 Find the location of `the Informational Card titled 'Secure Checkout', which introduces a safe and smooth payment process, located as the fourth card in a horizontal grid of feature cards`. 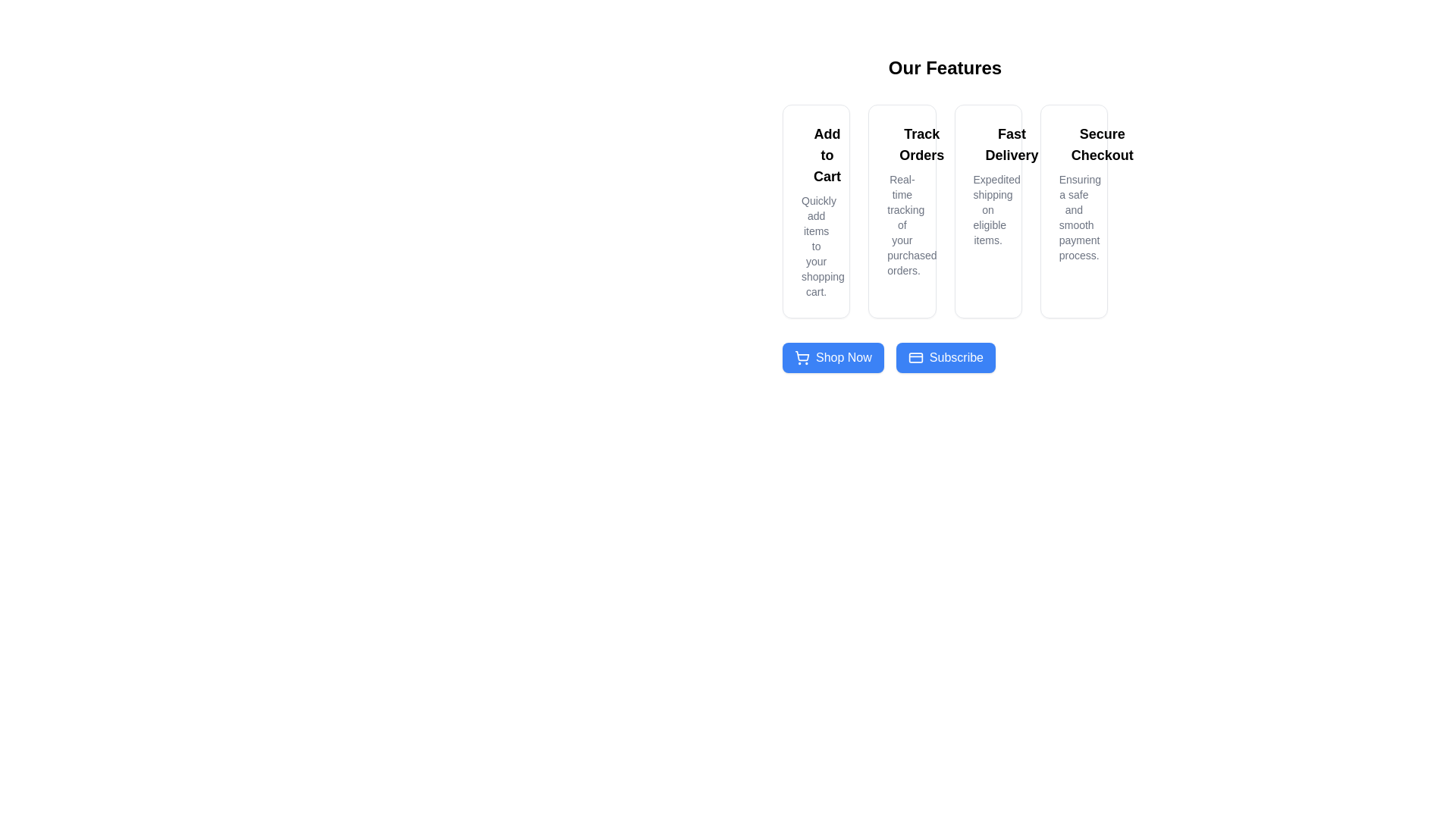

the Informational Card titled 'Secure Checkout', which introduces a safe and smooth payment process, located as the fourth card in a horizontal grid of feature cards is located at coordinates (1073, 211).